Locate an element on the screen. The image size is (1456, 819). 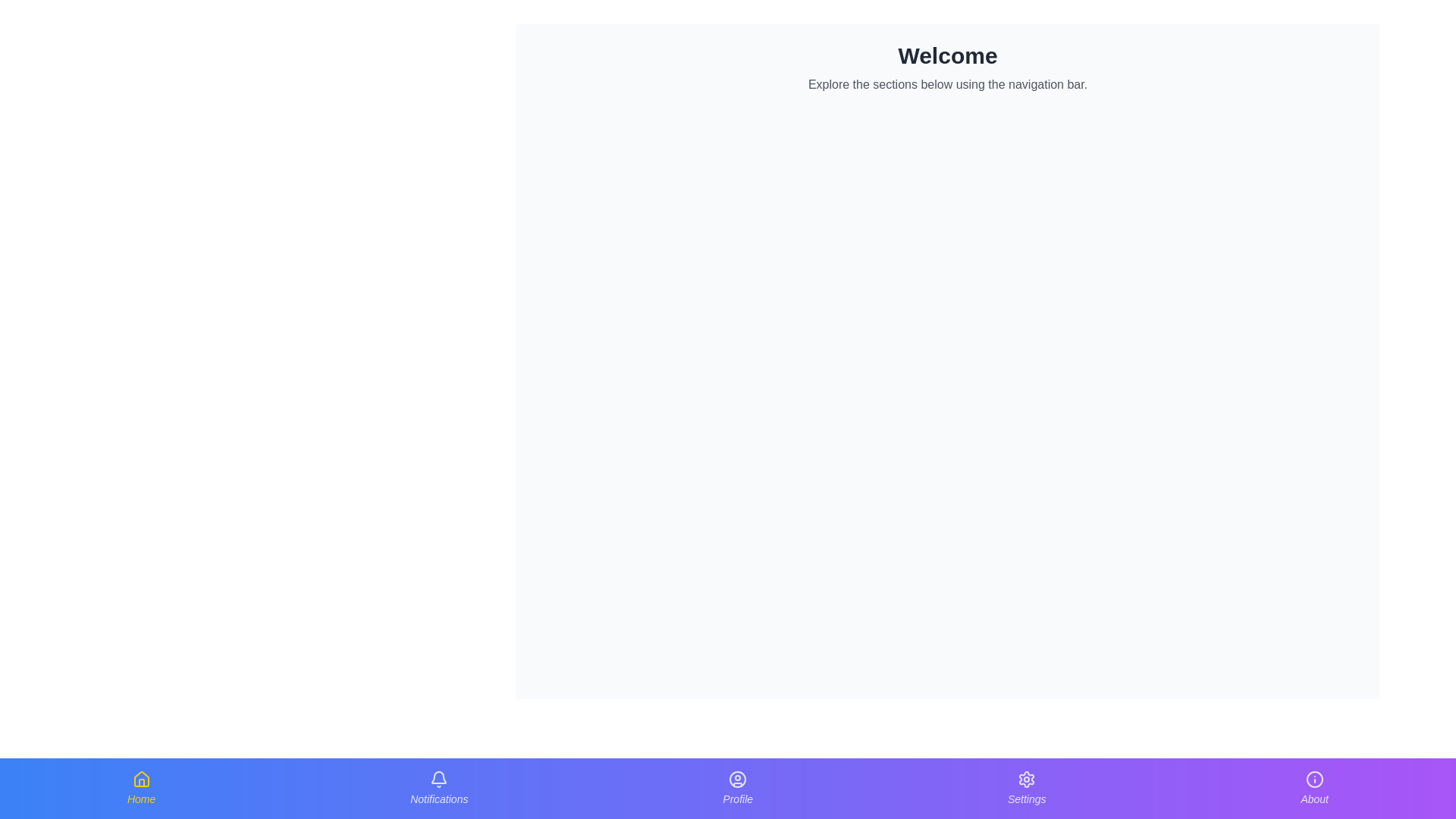
the notifications button in the bottom navigation bar to apply the scale effect is located at coordinates (438, 788).